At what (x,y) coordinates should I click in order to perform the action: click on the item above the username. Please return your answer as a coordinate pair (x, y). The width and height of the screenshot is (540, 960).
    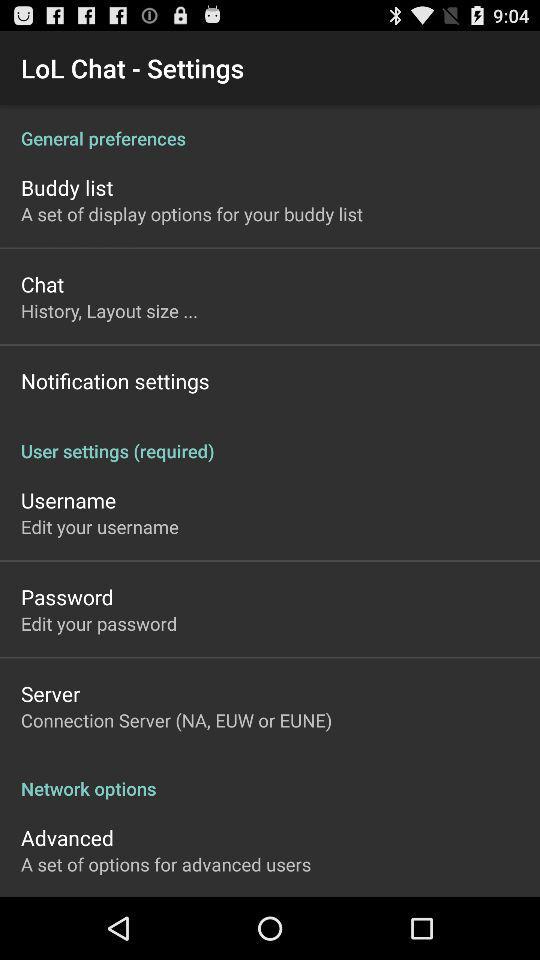
    Looking at the image, I should click on (270, 440).